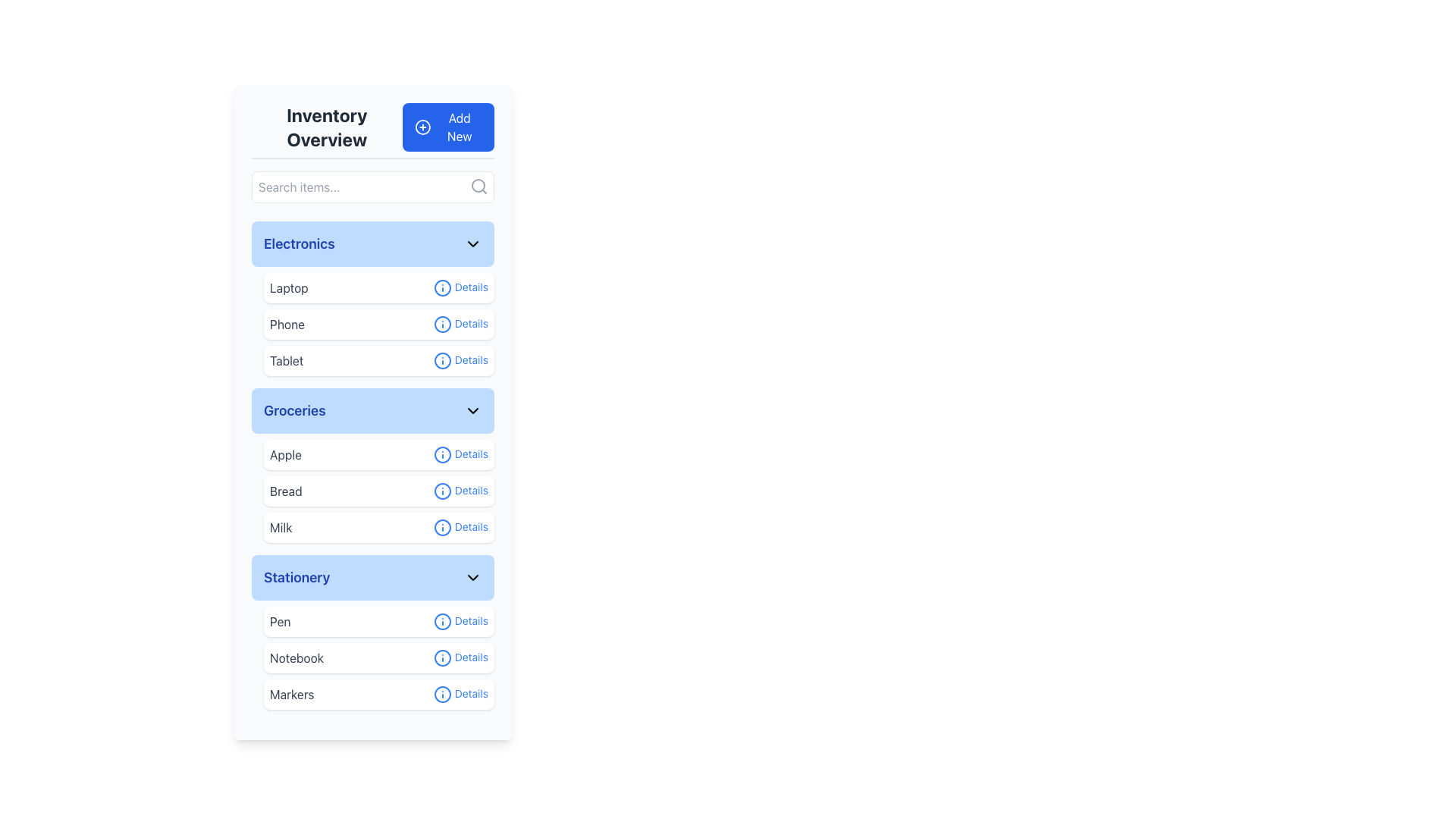  What do you see at coordinates (378, 454) in the screenshot?
I see `the first item in the 'Groceries' section` at bounding box center [378, 454].